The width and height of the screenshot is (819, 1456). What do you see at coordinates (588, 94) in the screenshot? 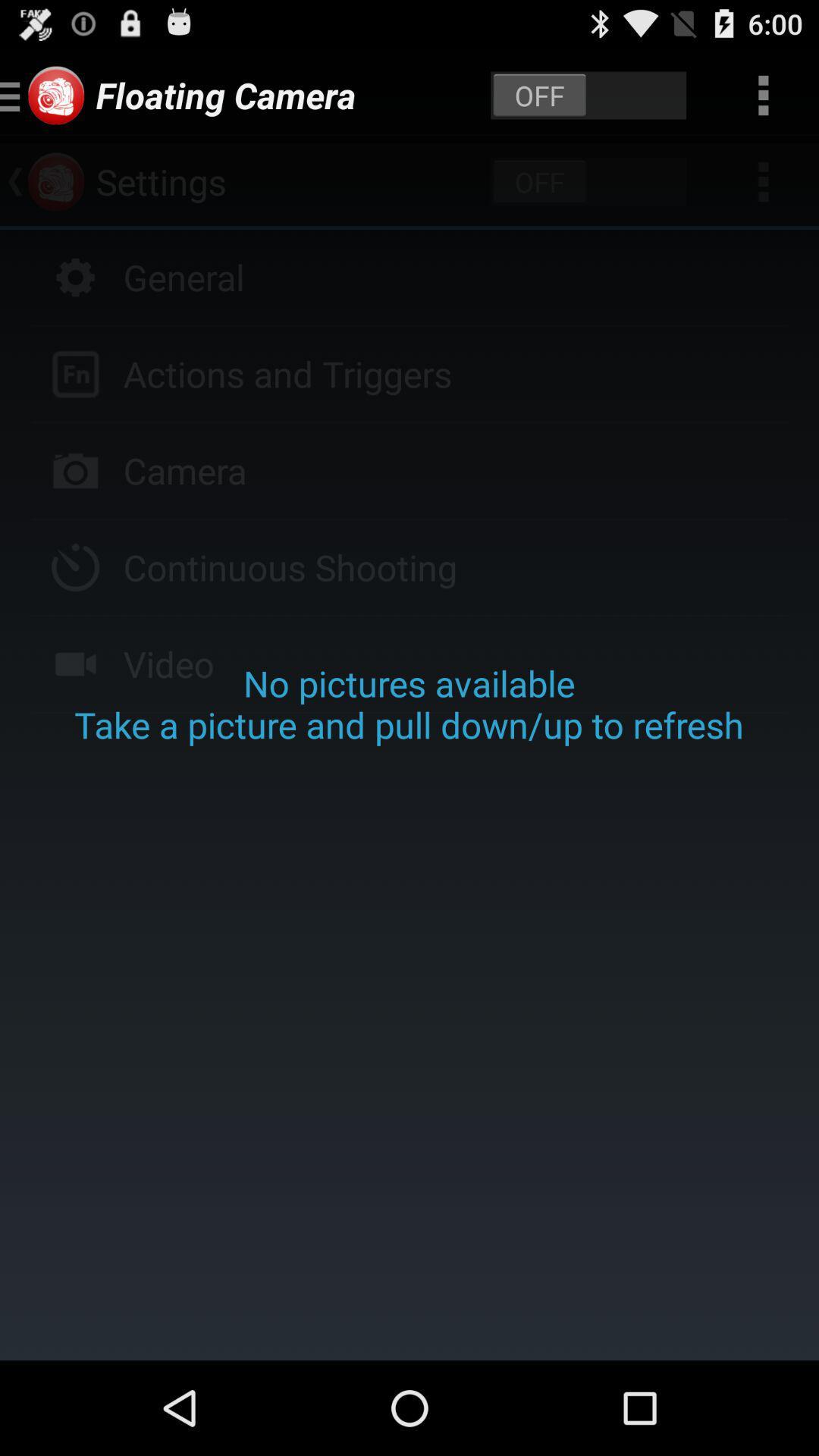
I see `turn on/off floating camera` at bounding box center [588, 94].